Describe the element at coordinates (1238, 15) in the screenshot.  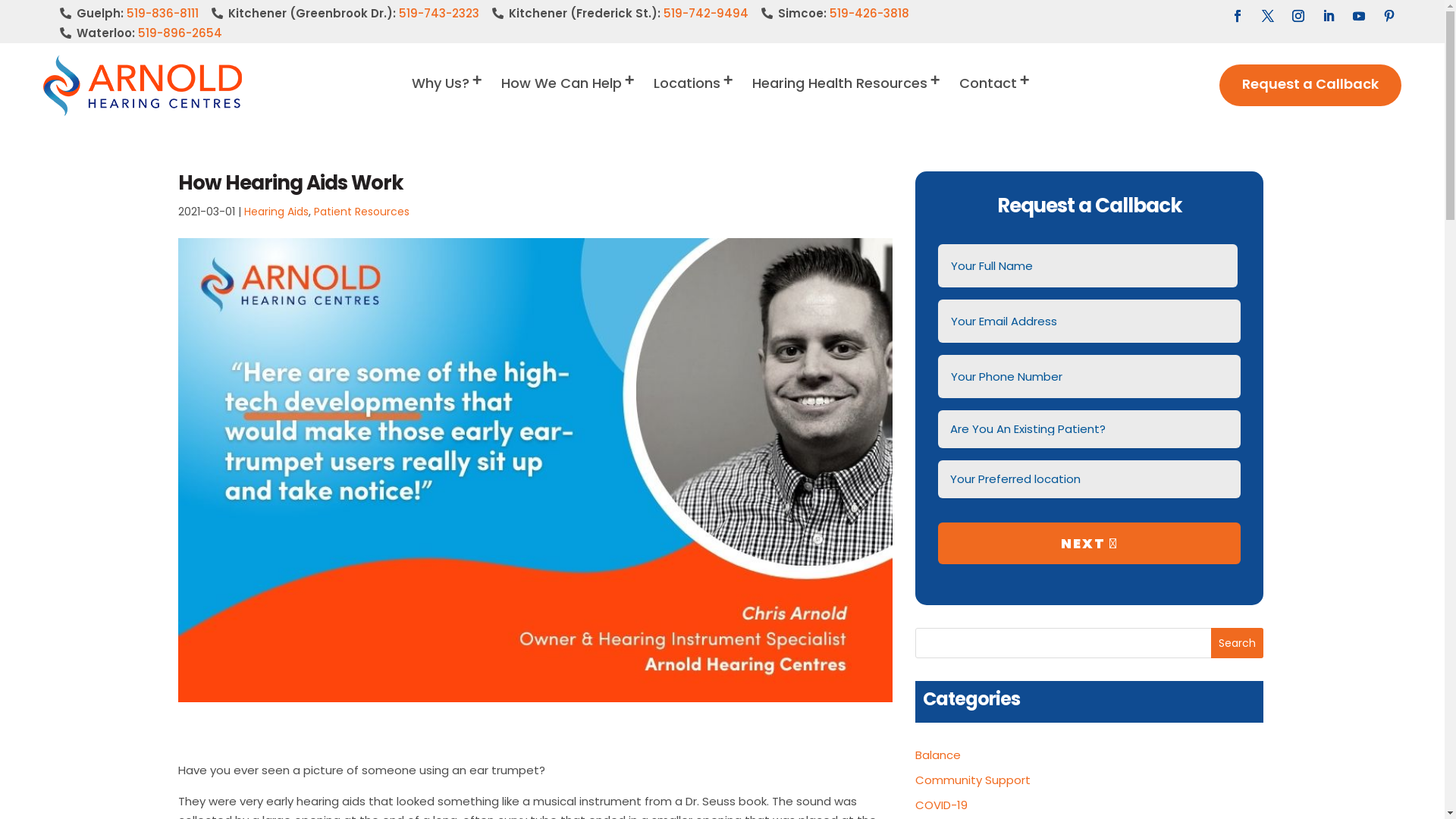
I see `'Follow on Facebook'` at that location.